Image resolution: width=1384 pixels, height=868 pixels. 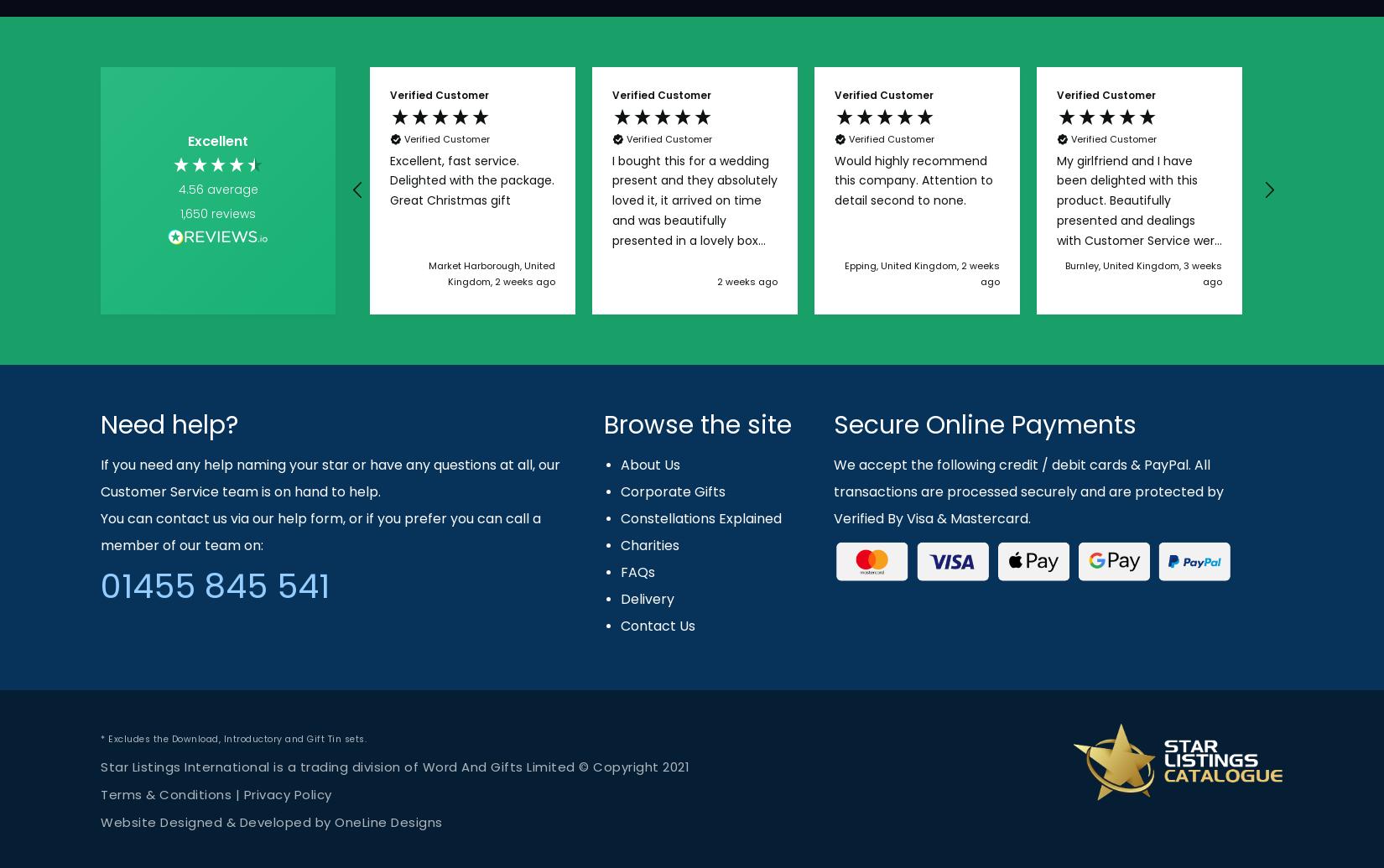 I want to click on '2 weeks ago', so click(x=747, y=281).